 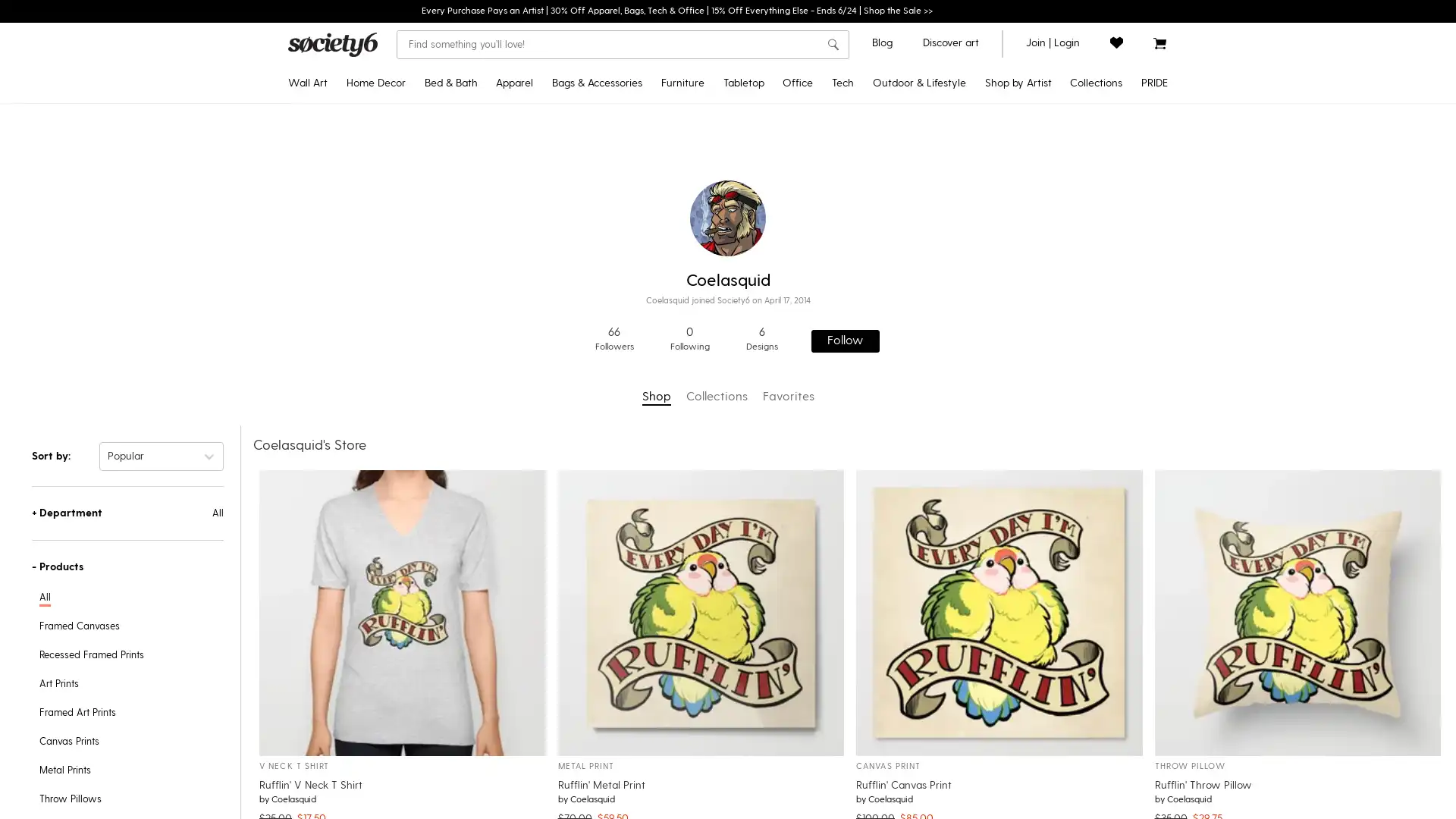 I want to click on Bar Stools, so click(x=708, y=170).